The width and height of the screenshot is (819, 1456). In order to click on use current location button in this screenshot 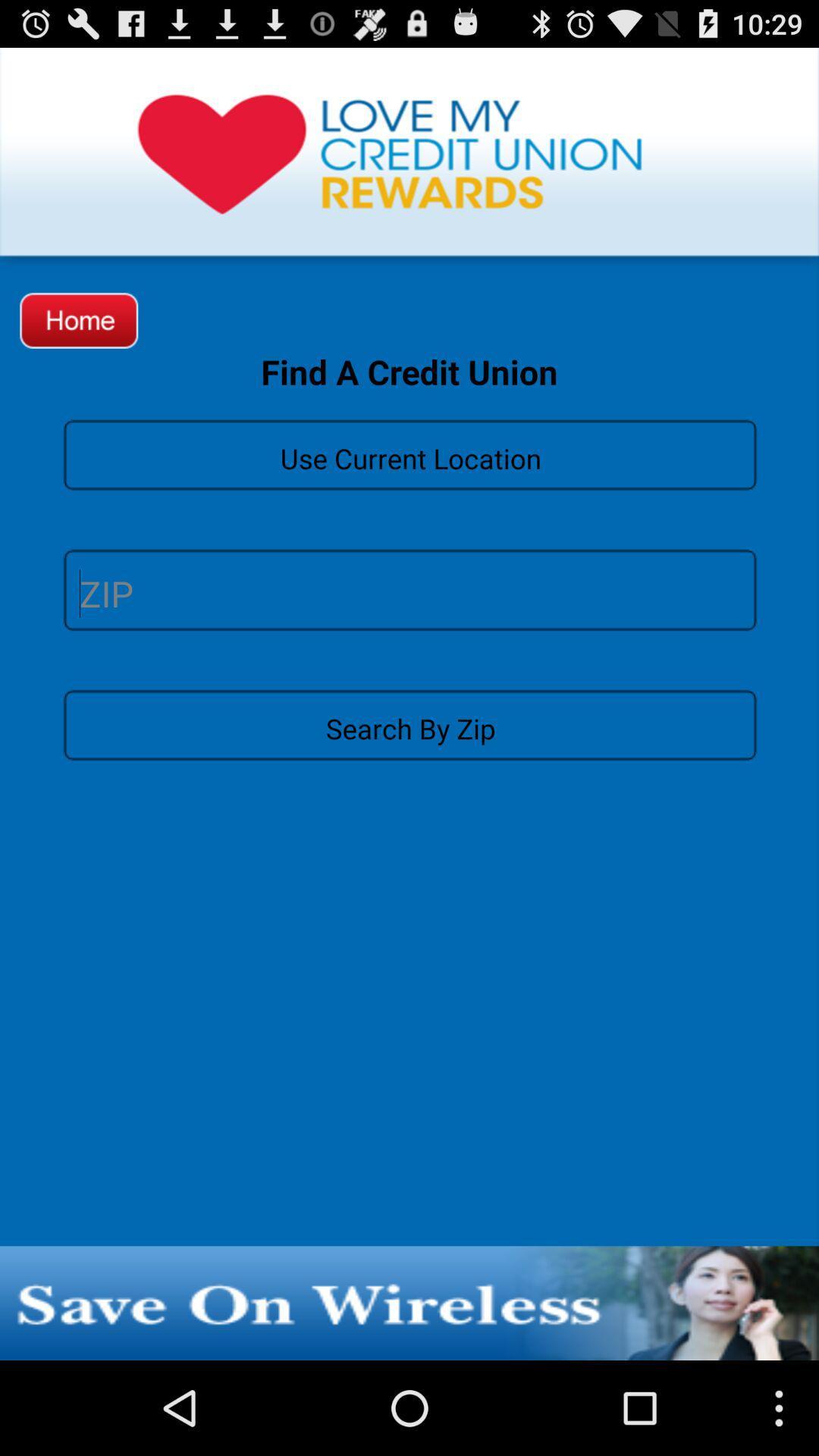, I will do `click(409, 453)`.